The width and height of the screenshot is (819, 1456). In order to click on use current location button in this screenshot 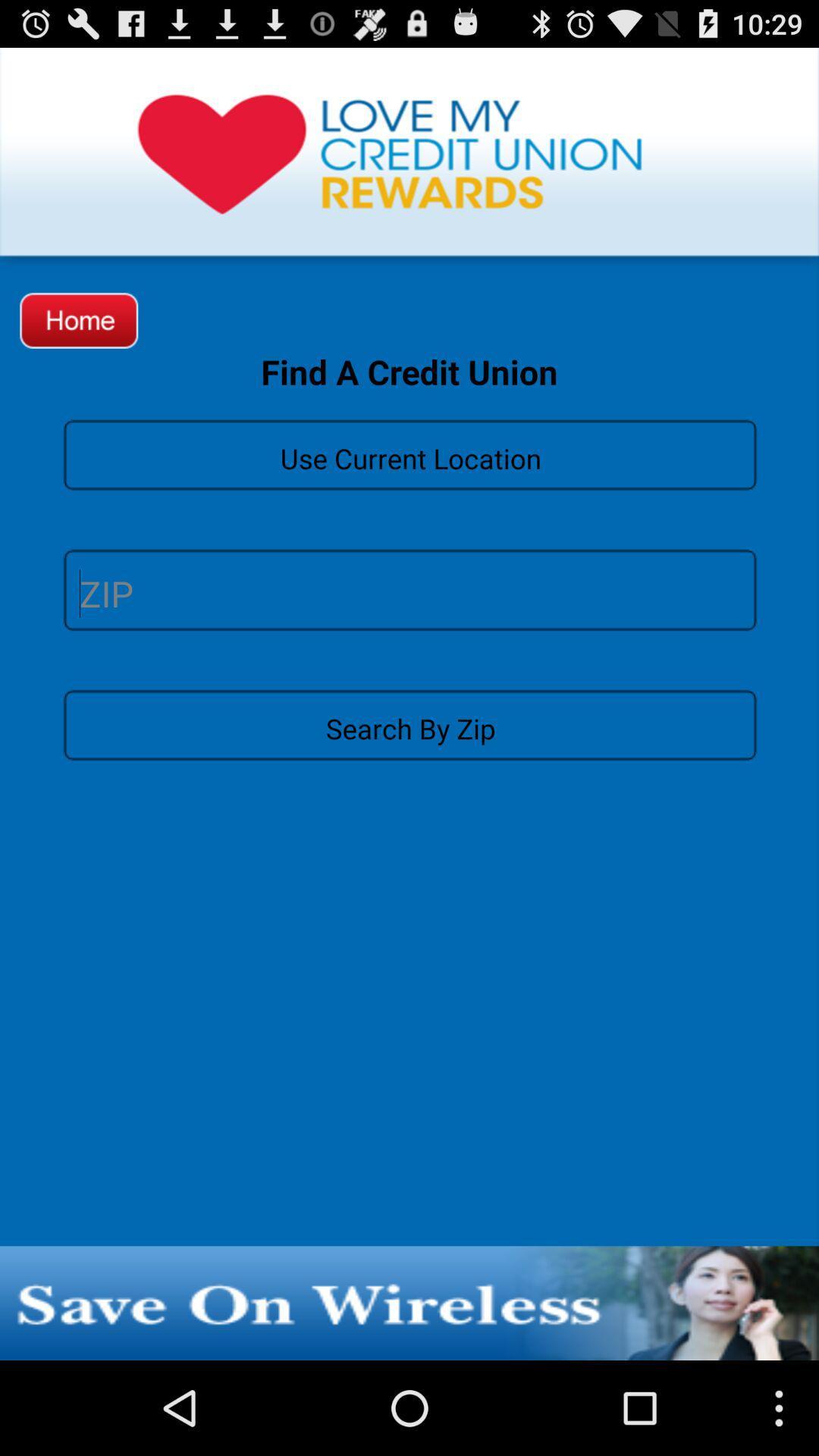, I will do `click(409, 453)`.